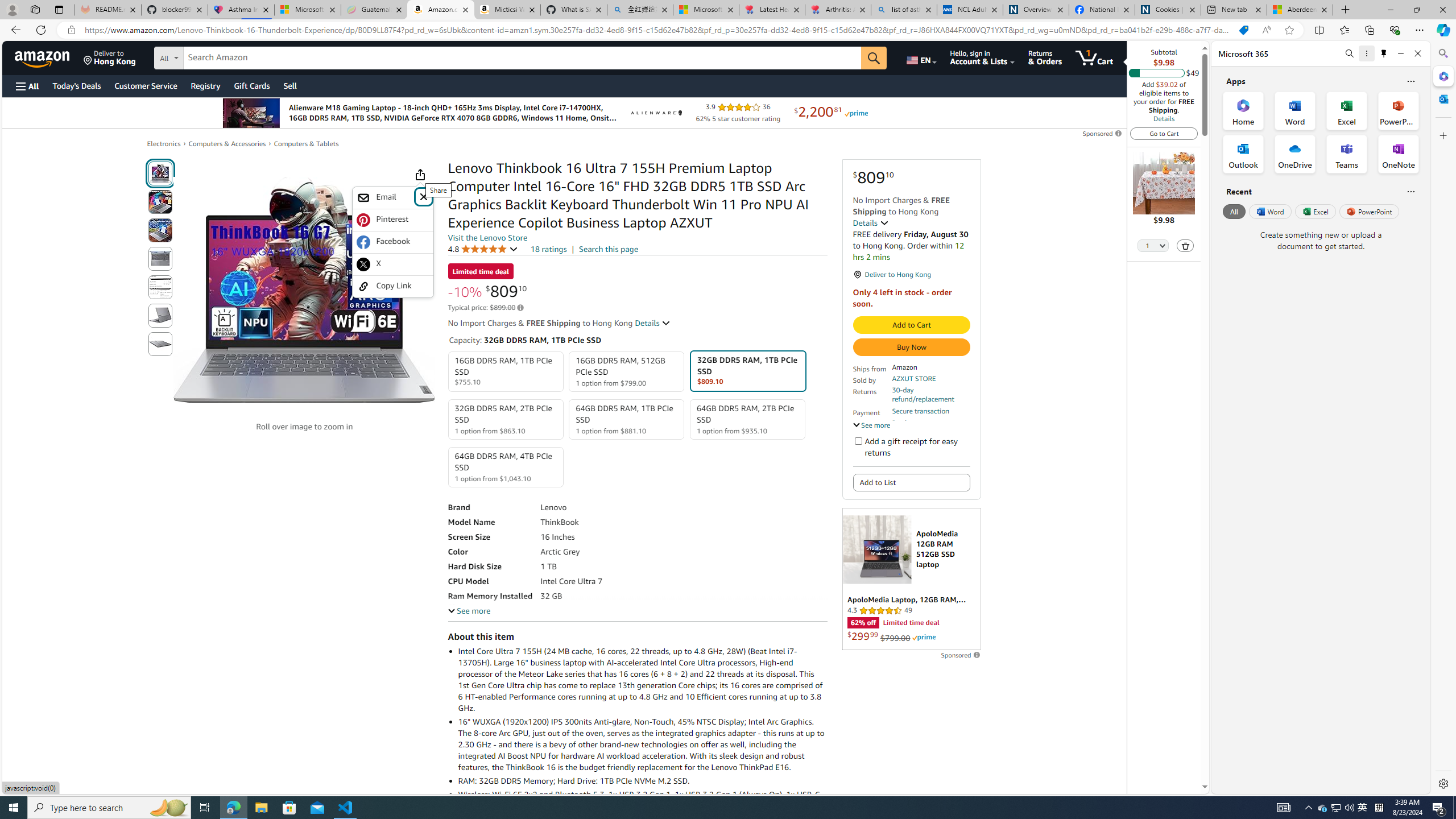 This screenshot has height=819, width=1456. I want to click on 'Choose a language for shopping.', so click(920, 57).